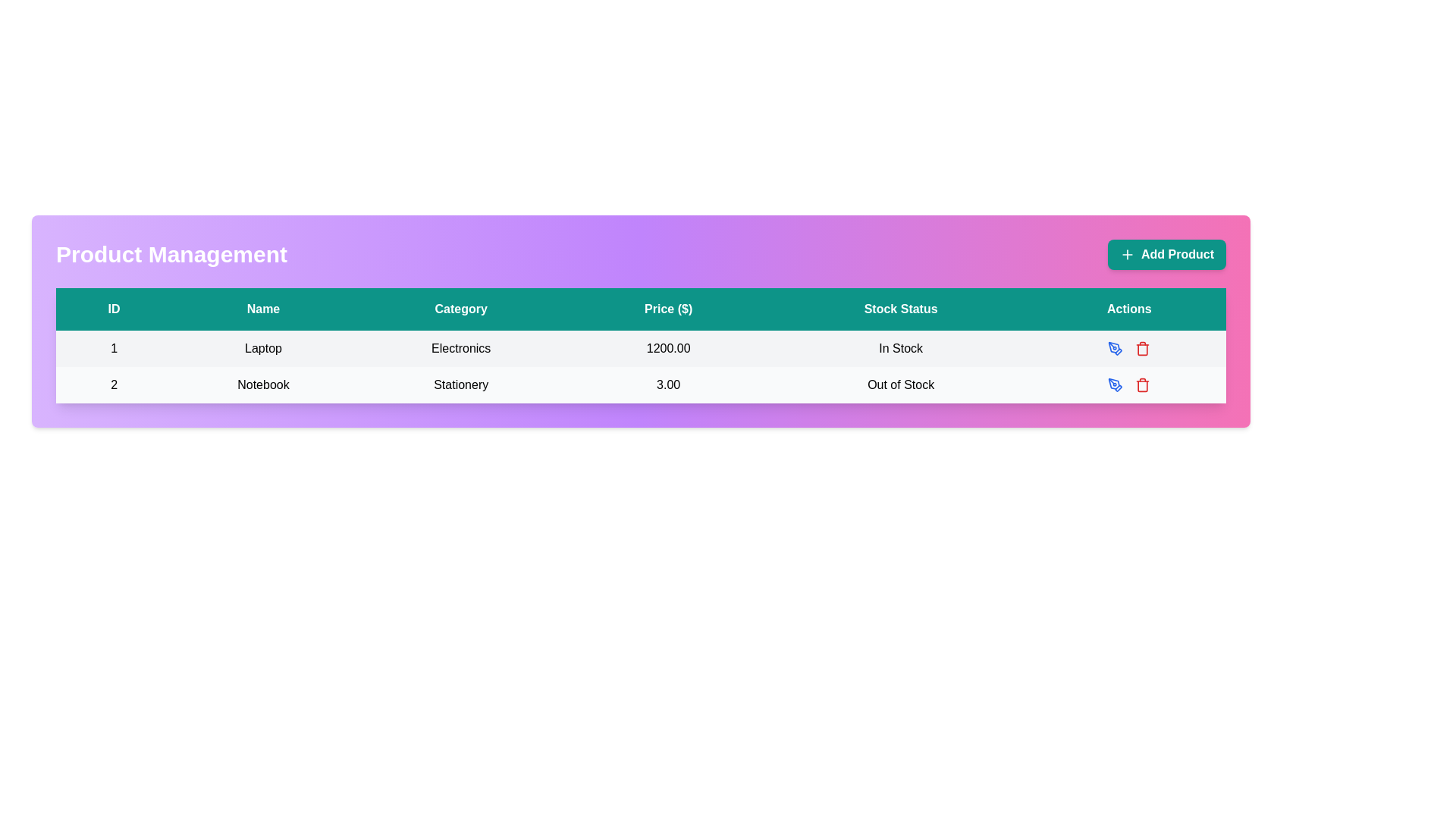  What do you see at coordinates (171, 253) in the screenshot?
I see `the static text label indicating the title 'Product Management', located in the top-left section of the interface` at bounding box center [171, 253].